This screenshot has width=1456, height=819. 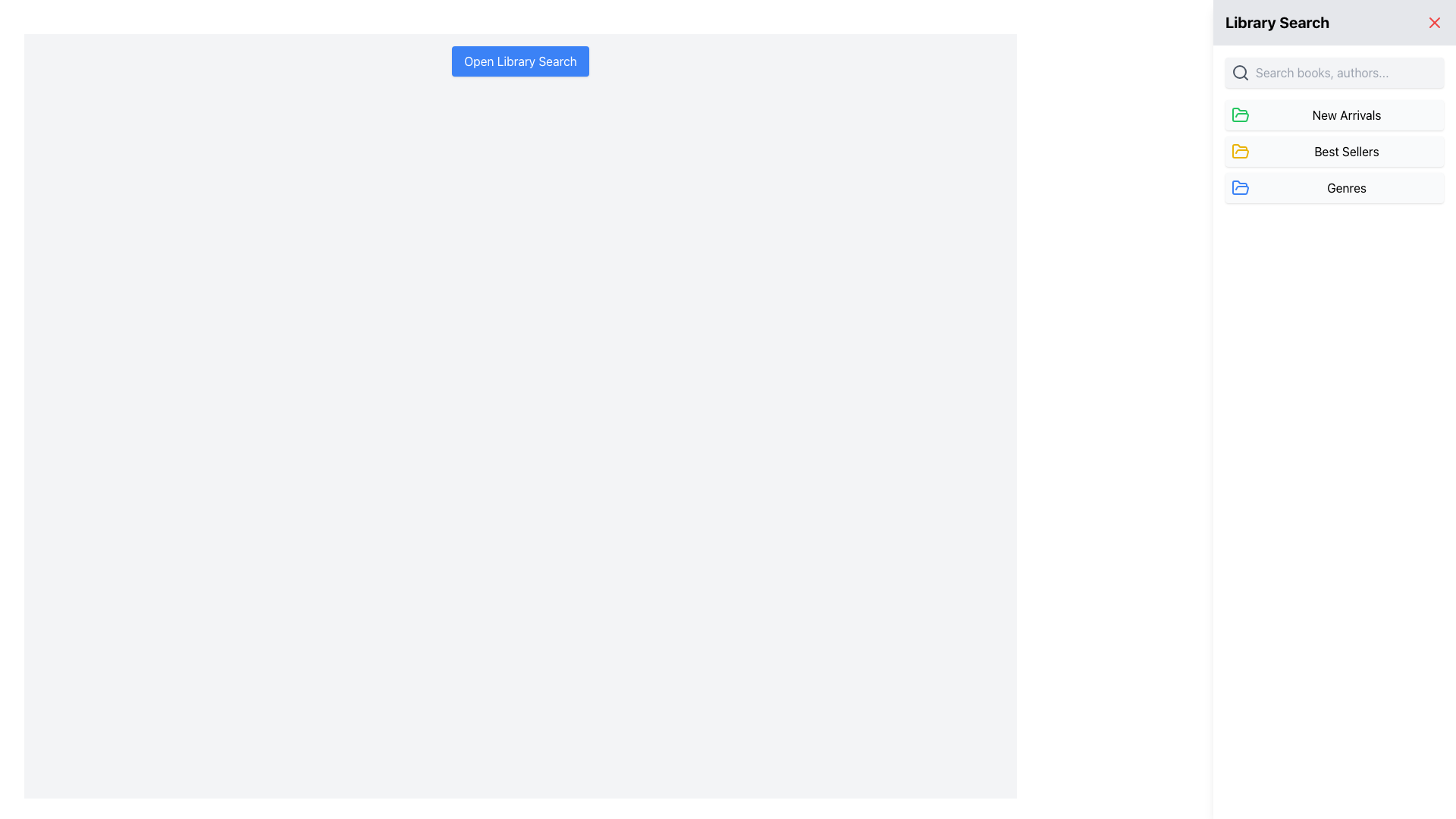 I want to click on the 'Genres' text label, which is the third entry in the vertical list within the 'Library Search' panel, located below the 'Best Sellers' entry, so click(x=1347, y=187).